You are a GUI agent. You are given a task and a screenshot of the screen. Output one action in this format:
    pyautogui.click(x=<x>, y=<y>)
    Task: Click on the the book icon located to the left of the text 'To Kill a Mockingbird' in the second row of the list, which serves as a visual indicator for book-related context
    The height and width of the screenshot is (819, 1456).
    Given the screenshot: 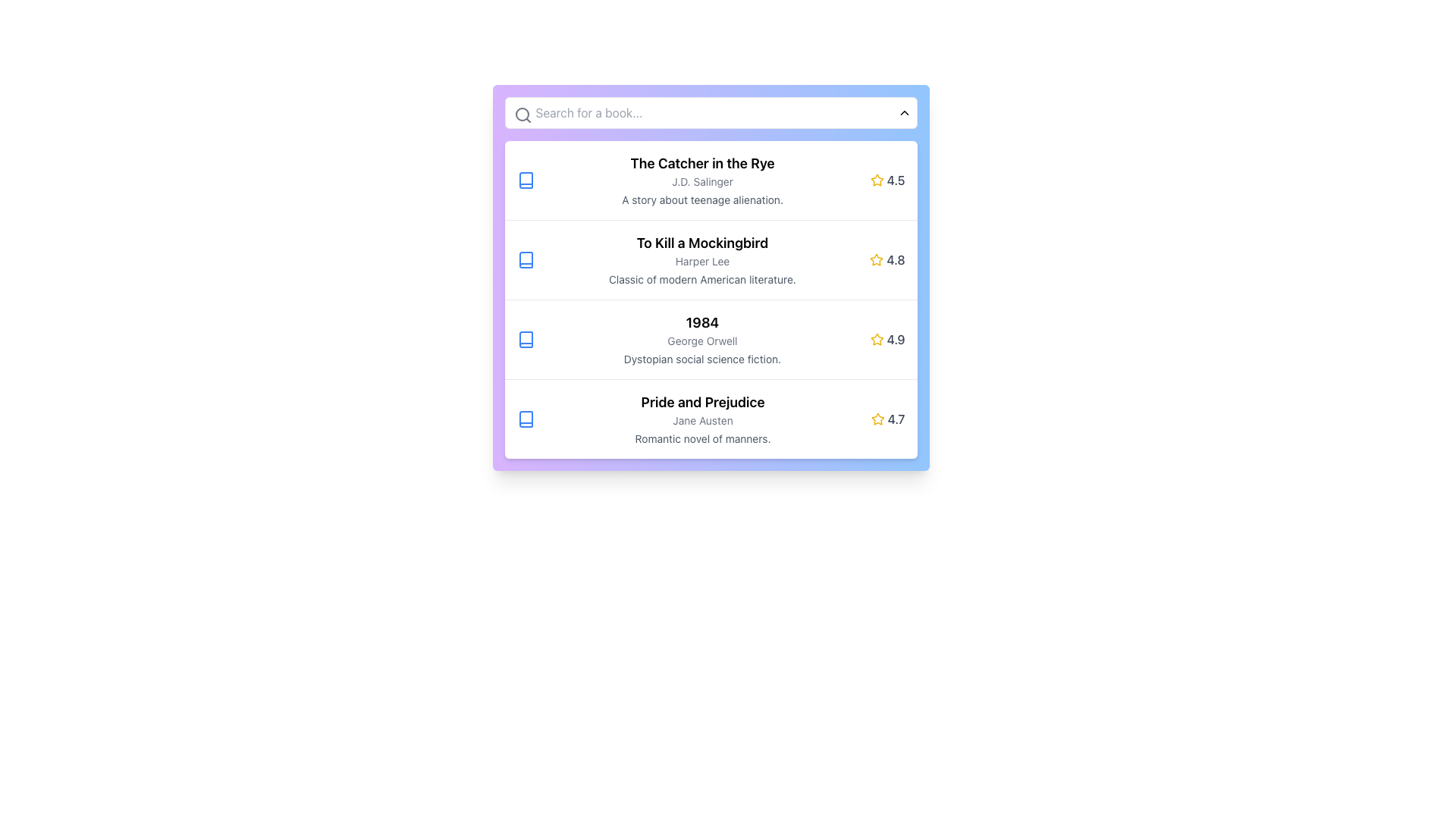 What is the action you would take?
    pyautogui.click(x=526, y=259)
    